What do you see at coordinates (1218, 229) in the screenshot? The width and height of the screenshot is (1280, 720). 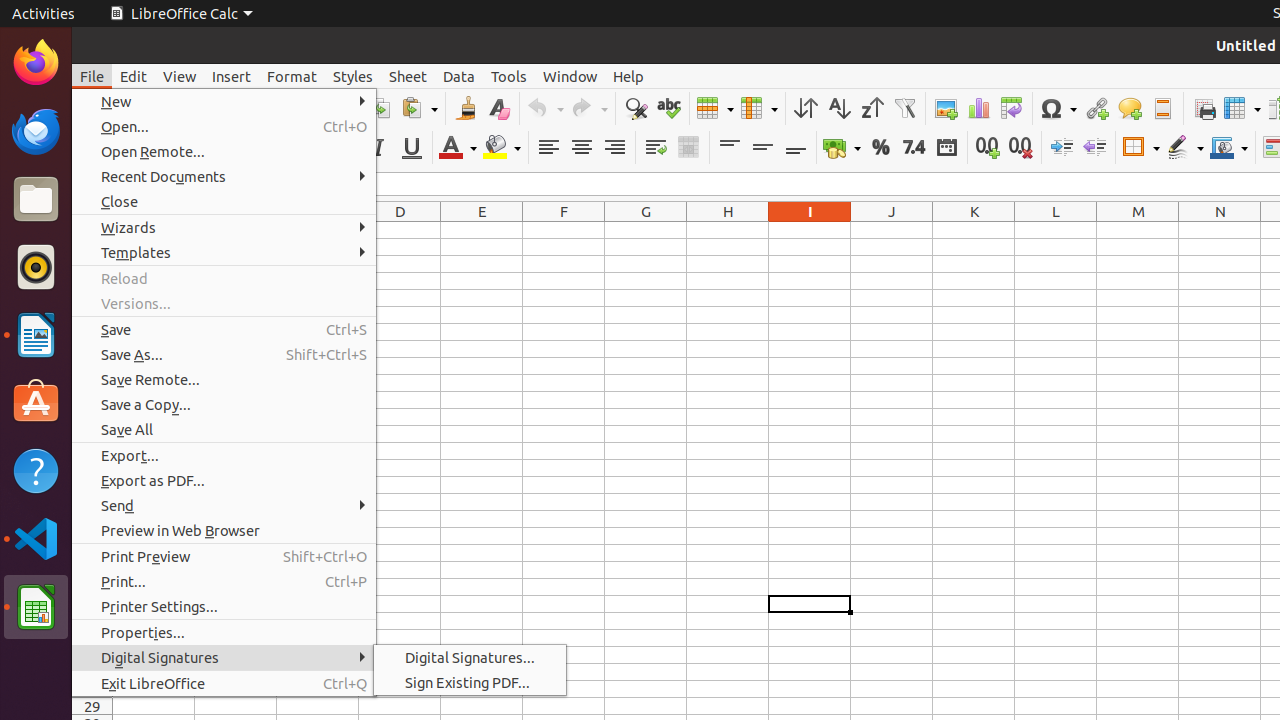 I see `'N1'` at bounding box center [1218, 229].